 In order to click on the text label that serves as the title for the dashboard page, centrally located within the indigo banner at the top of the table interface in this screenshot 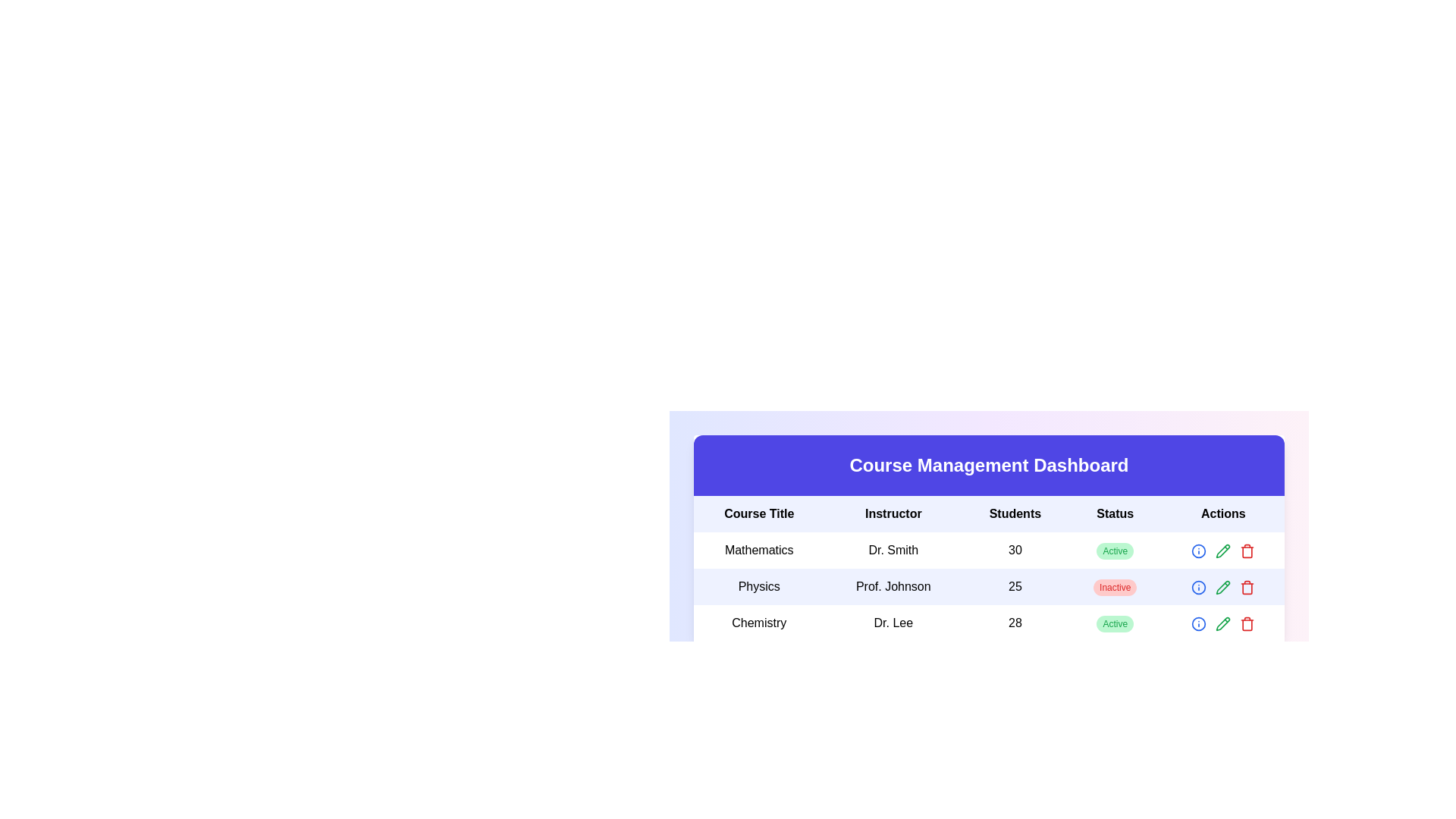, I will do `click(989, 464)`.